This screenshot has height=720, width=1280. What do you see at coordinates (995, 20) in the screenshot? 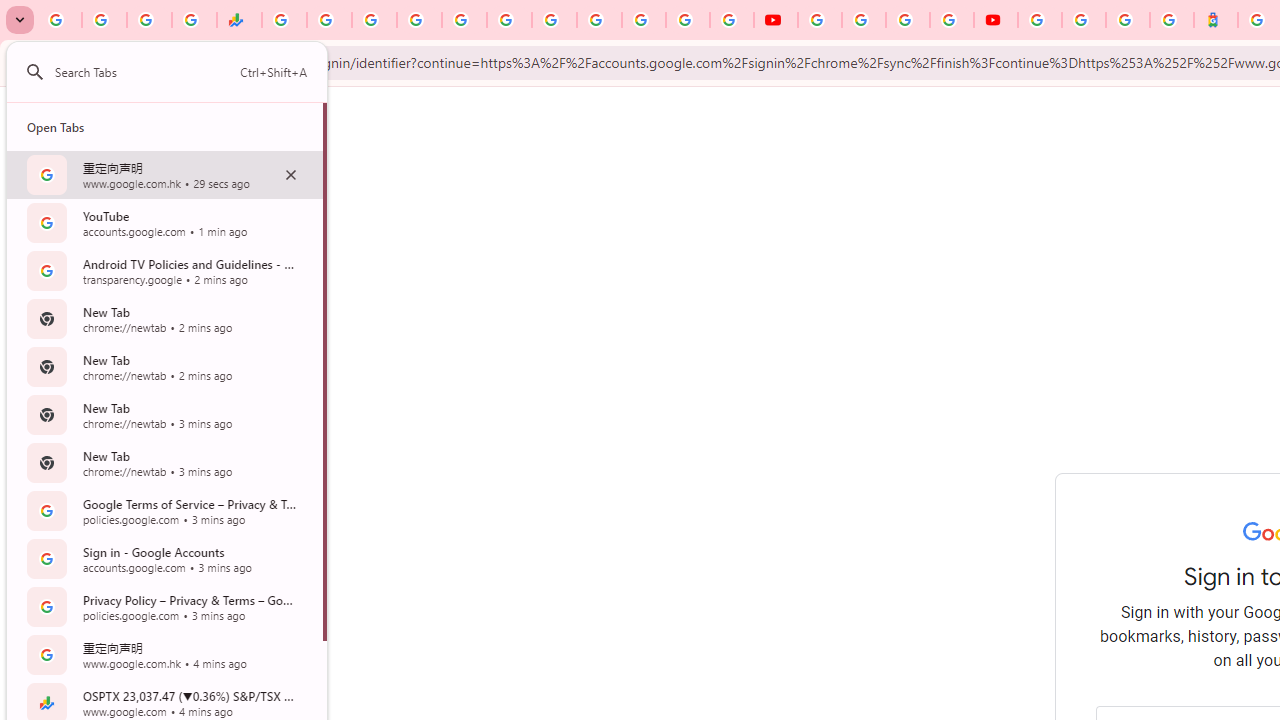
I see `'Content Creator Programs & Opportunities - YouTube Creators'` at bounding box center [995, 20].